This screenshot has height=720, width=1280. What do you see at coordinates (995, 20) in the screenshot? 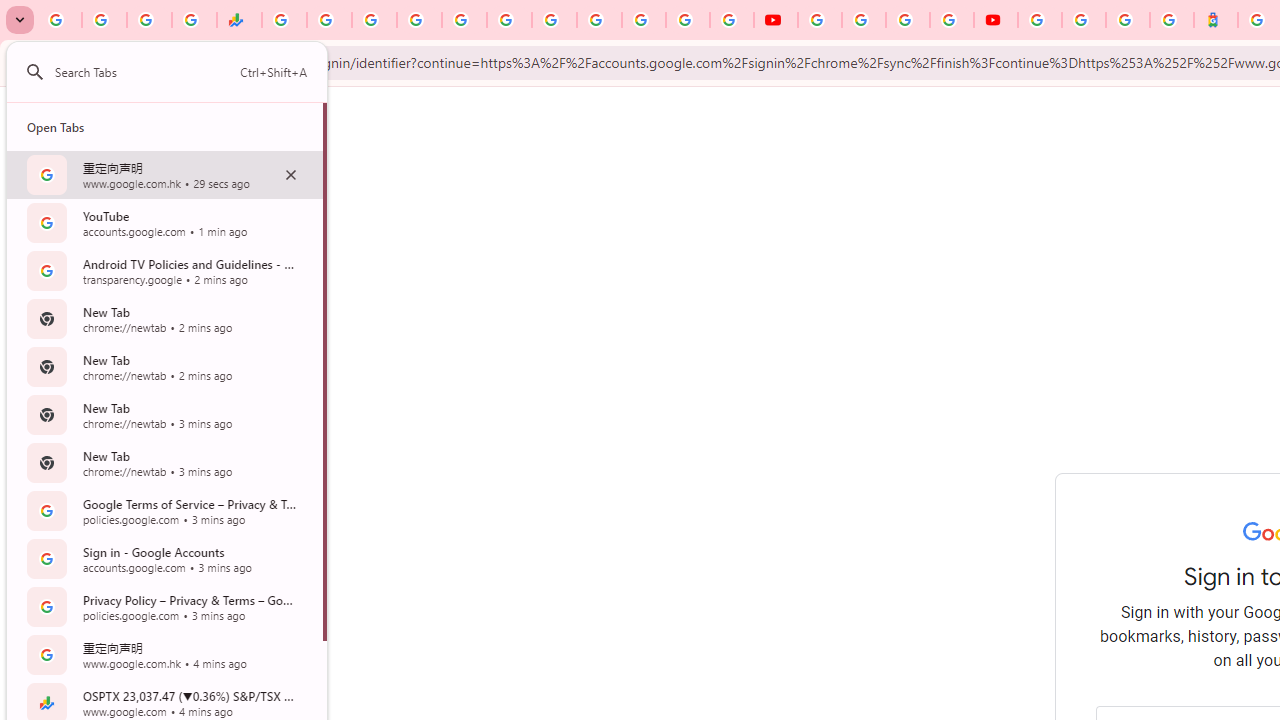
I see `'Content Creator Programs & Opportunities - YouTube Creators'` at bounding box center [995, 20].